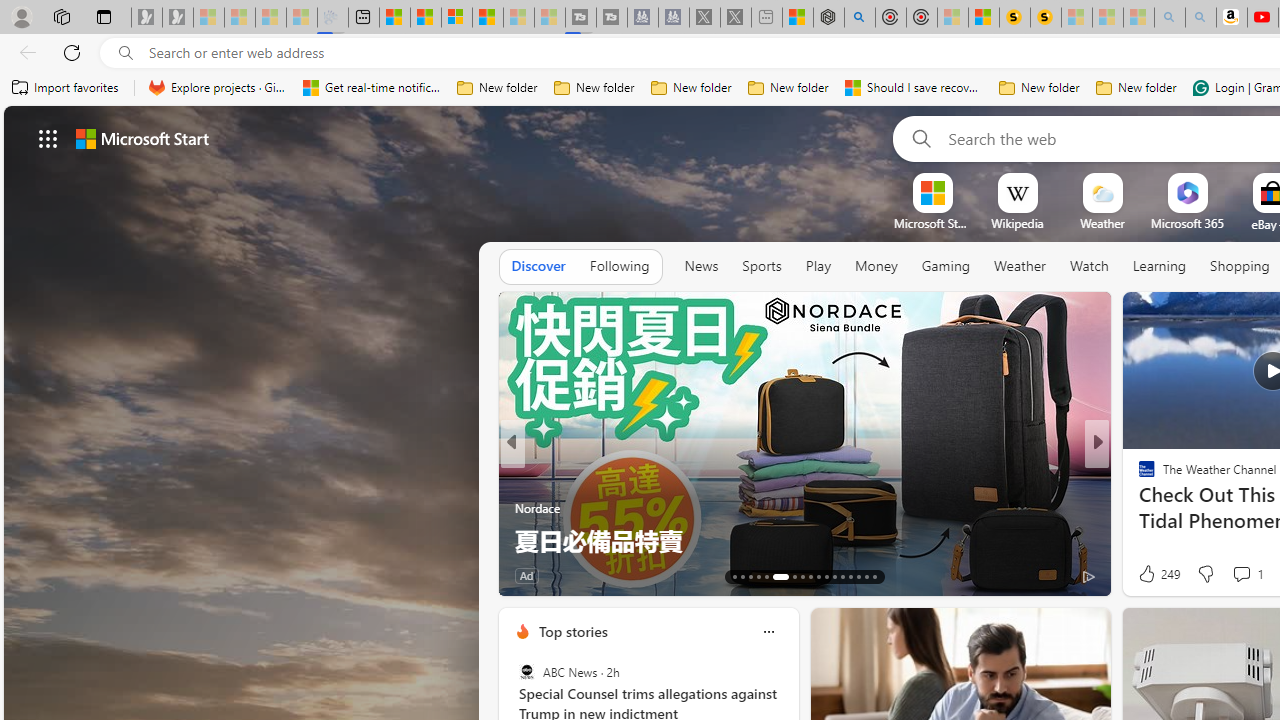  What do you see at coordinates (1234, 575) in the screenshot?
I see `'View comments 366 Comment'` at bounding box center [1234, 575].